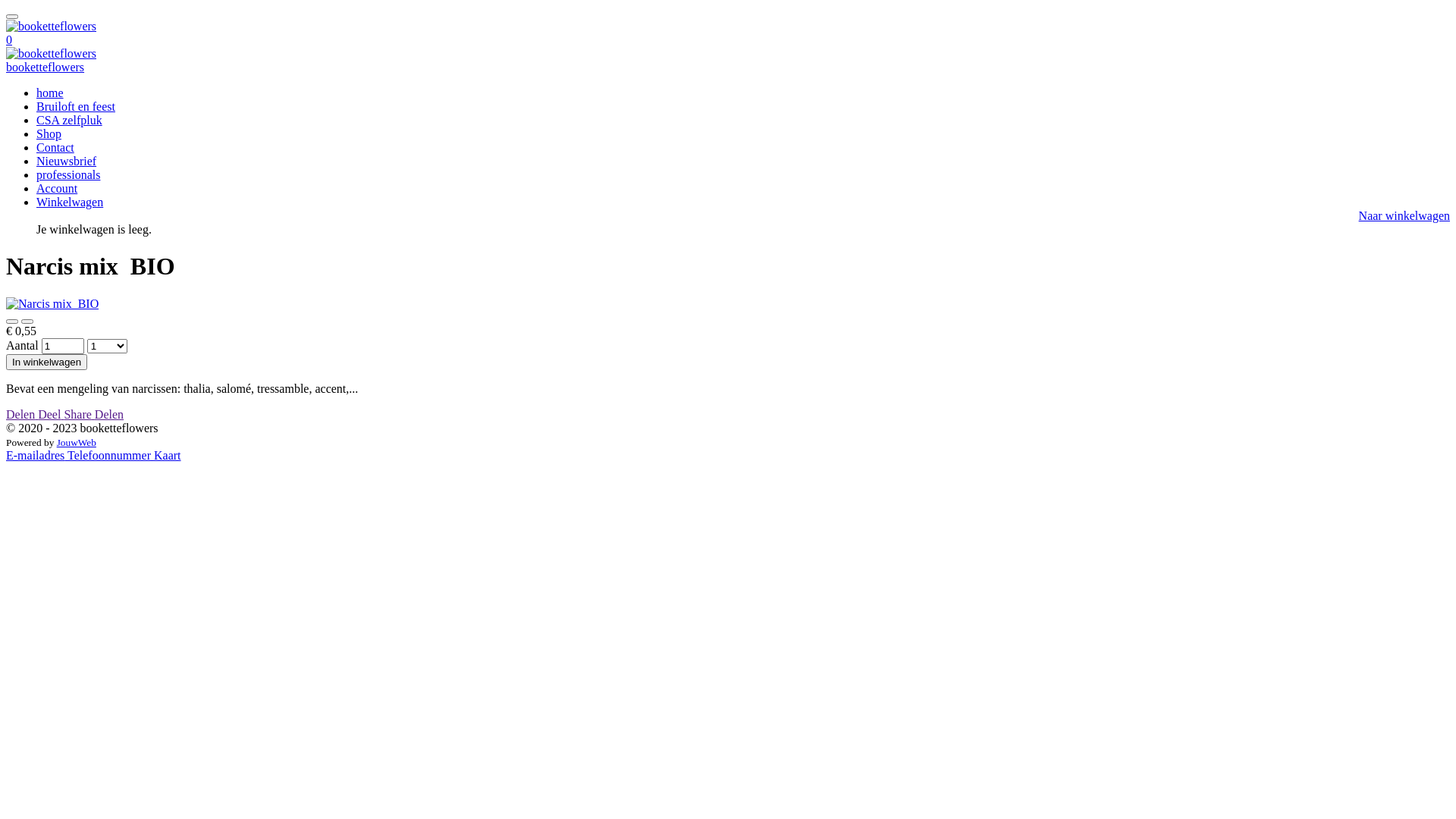  I want to click on 'E-mailadres', so click(36, 454).